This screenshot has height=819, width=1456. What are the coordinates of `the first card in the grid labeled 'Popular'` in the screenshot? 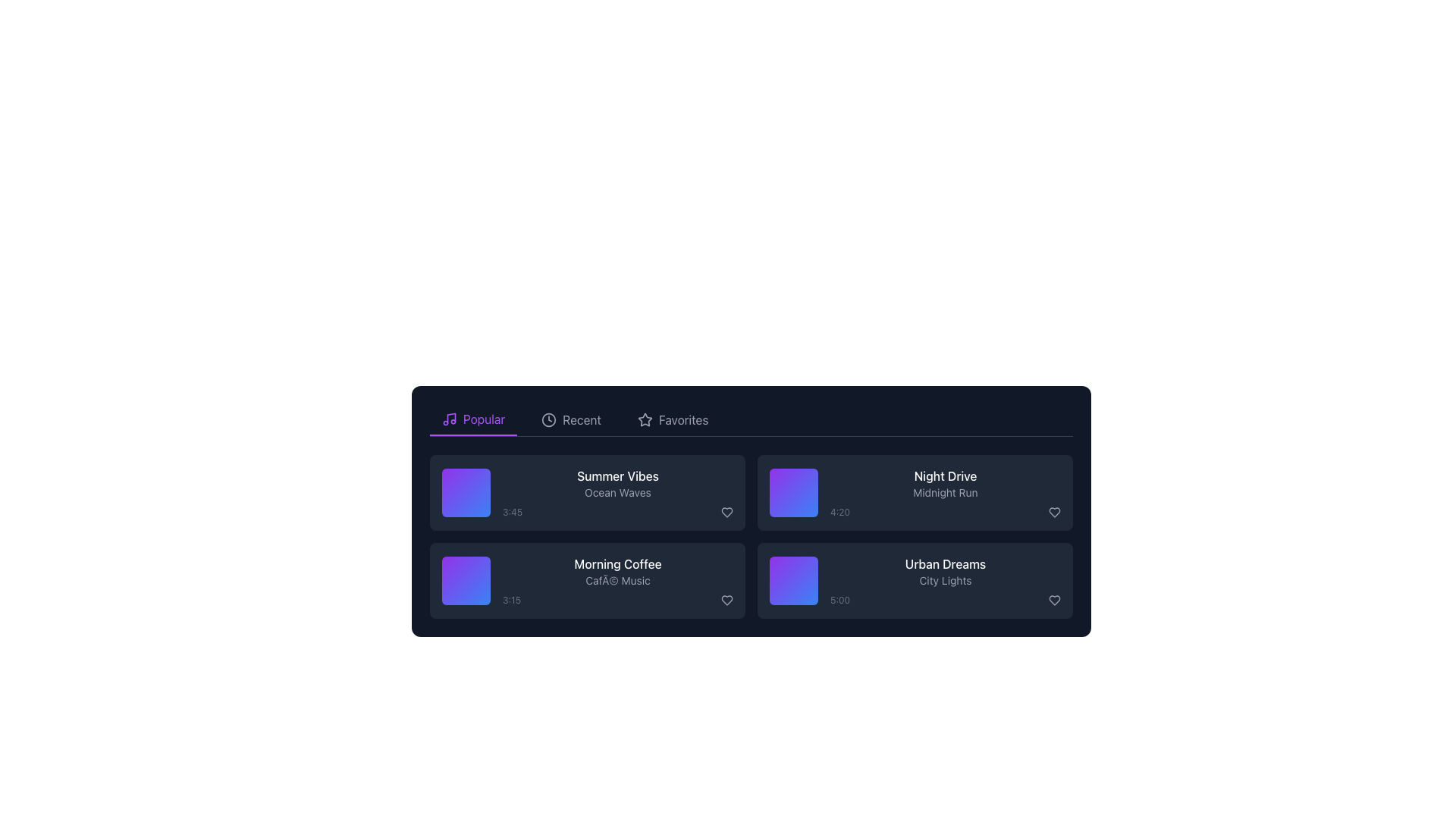 It's located at (586, 493).